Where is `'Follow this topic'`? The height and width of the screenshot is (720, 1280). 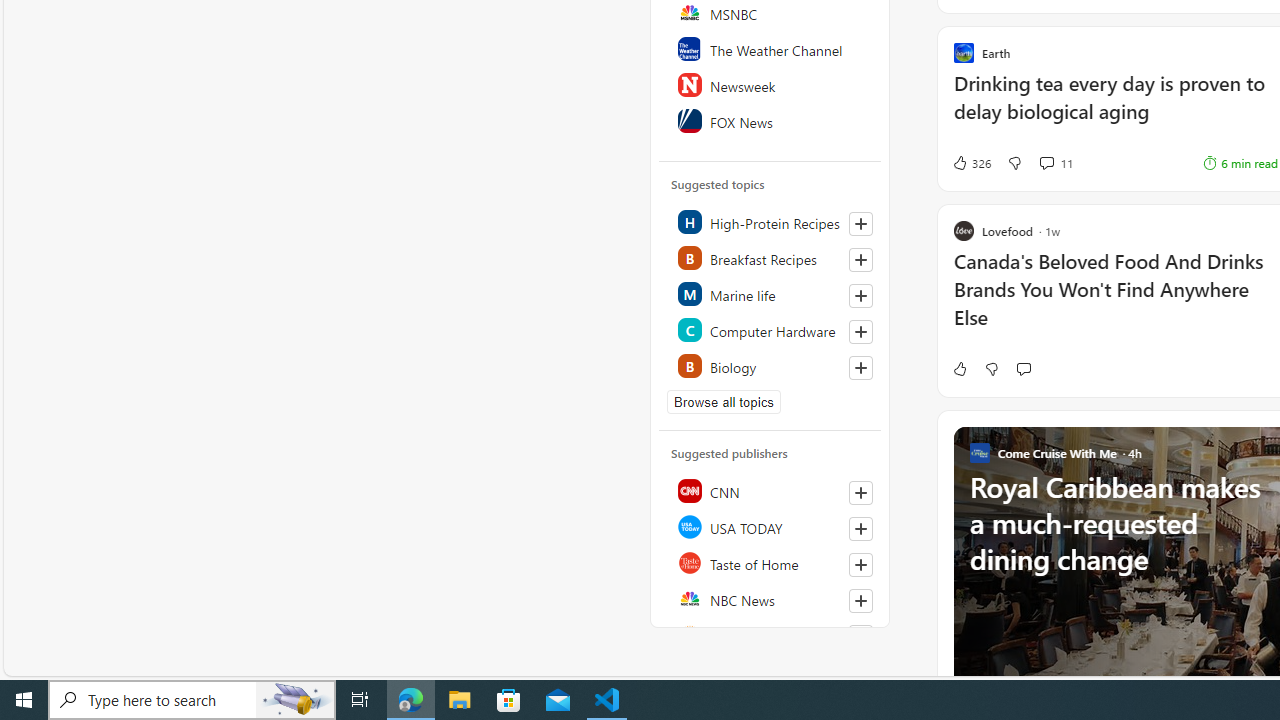 'Follow this topic' is located at coordinates (860, 367).